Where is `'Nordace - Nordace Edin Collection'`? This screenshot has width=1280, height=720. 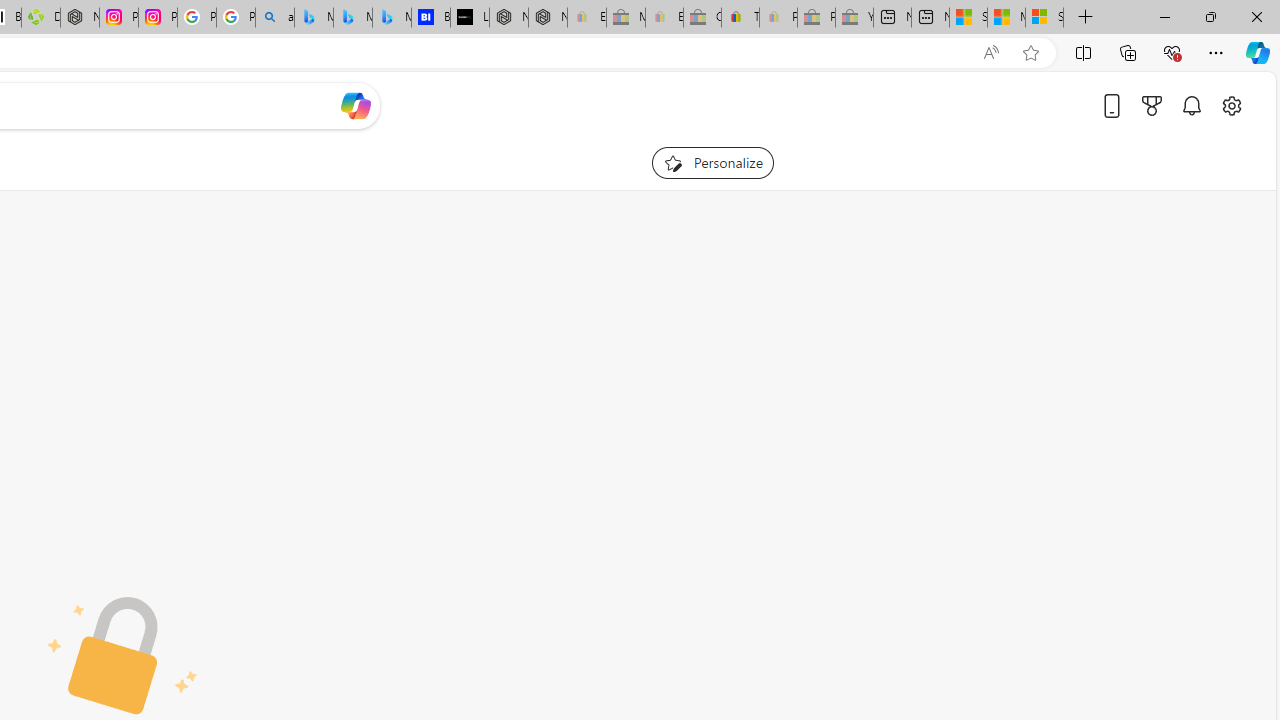 'Nordace - Nordace Edin Collection' is located at coordinates (80, 17).